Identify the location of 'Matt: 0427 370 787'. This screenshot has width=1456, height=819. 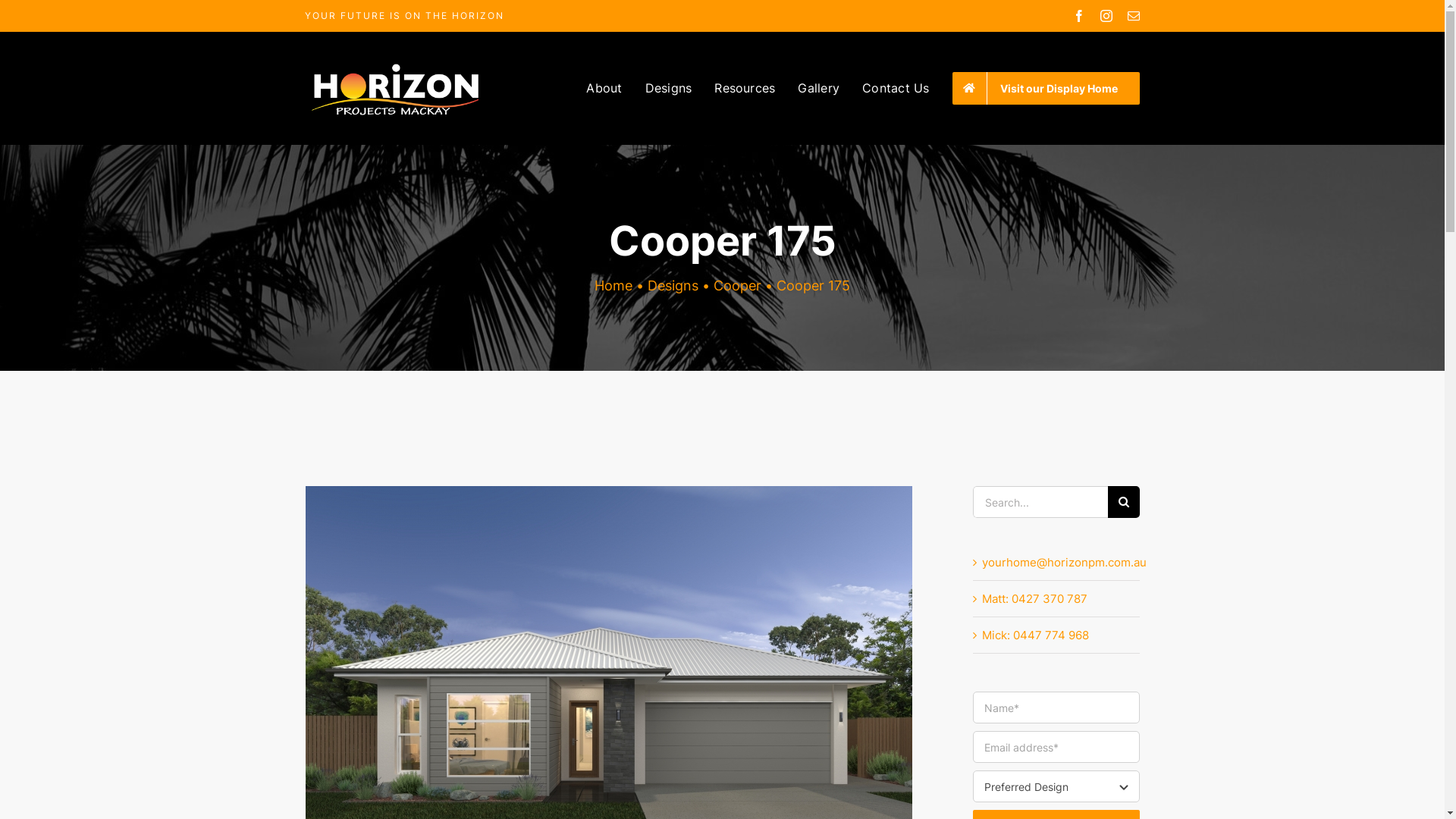
(981, 598).